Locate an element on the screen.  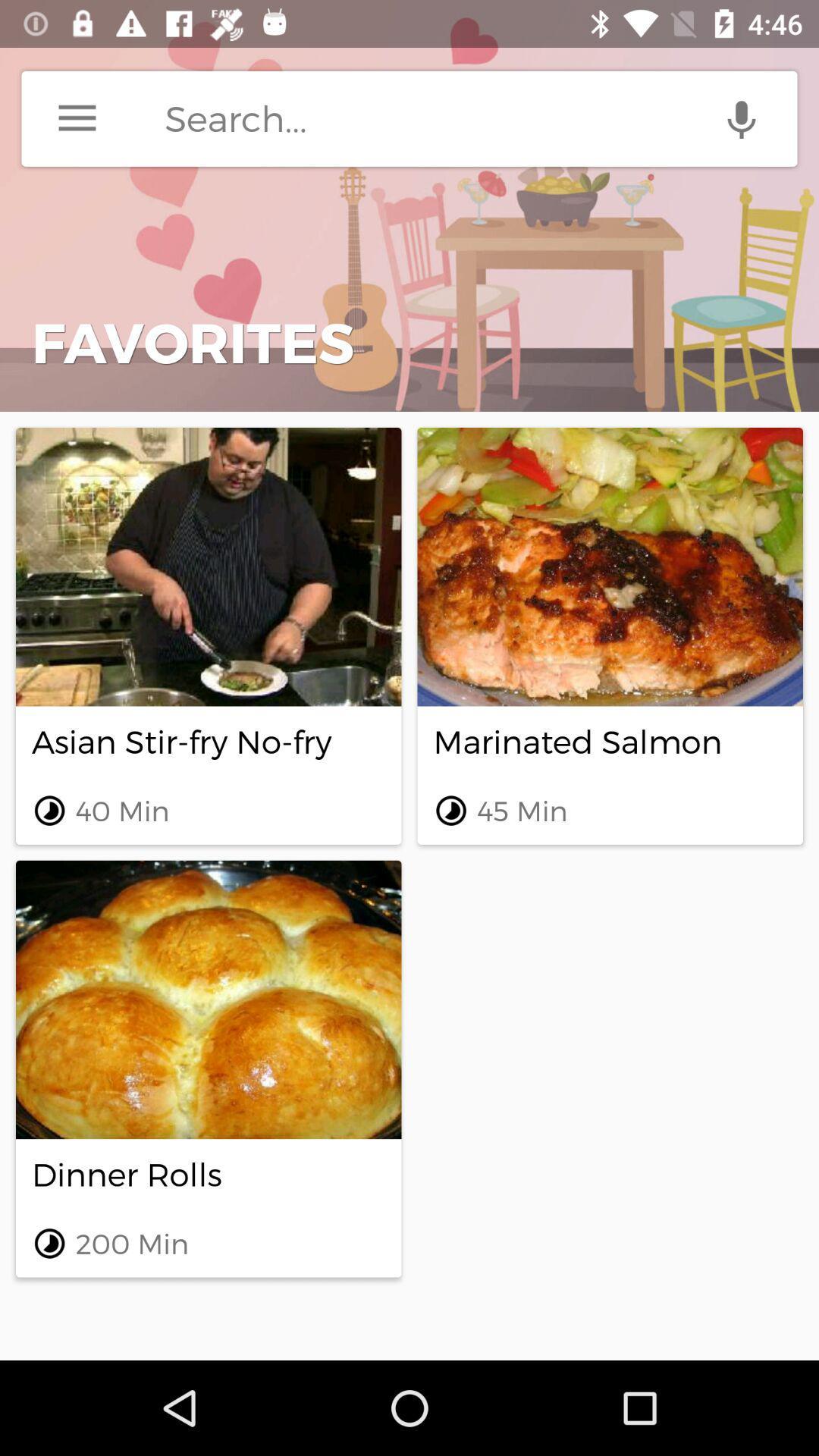
speech to text is located at coordinates (741, 118).